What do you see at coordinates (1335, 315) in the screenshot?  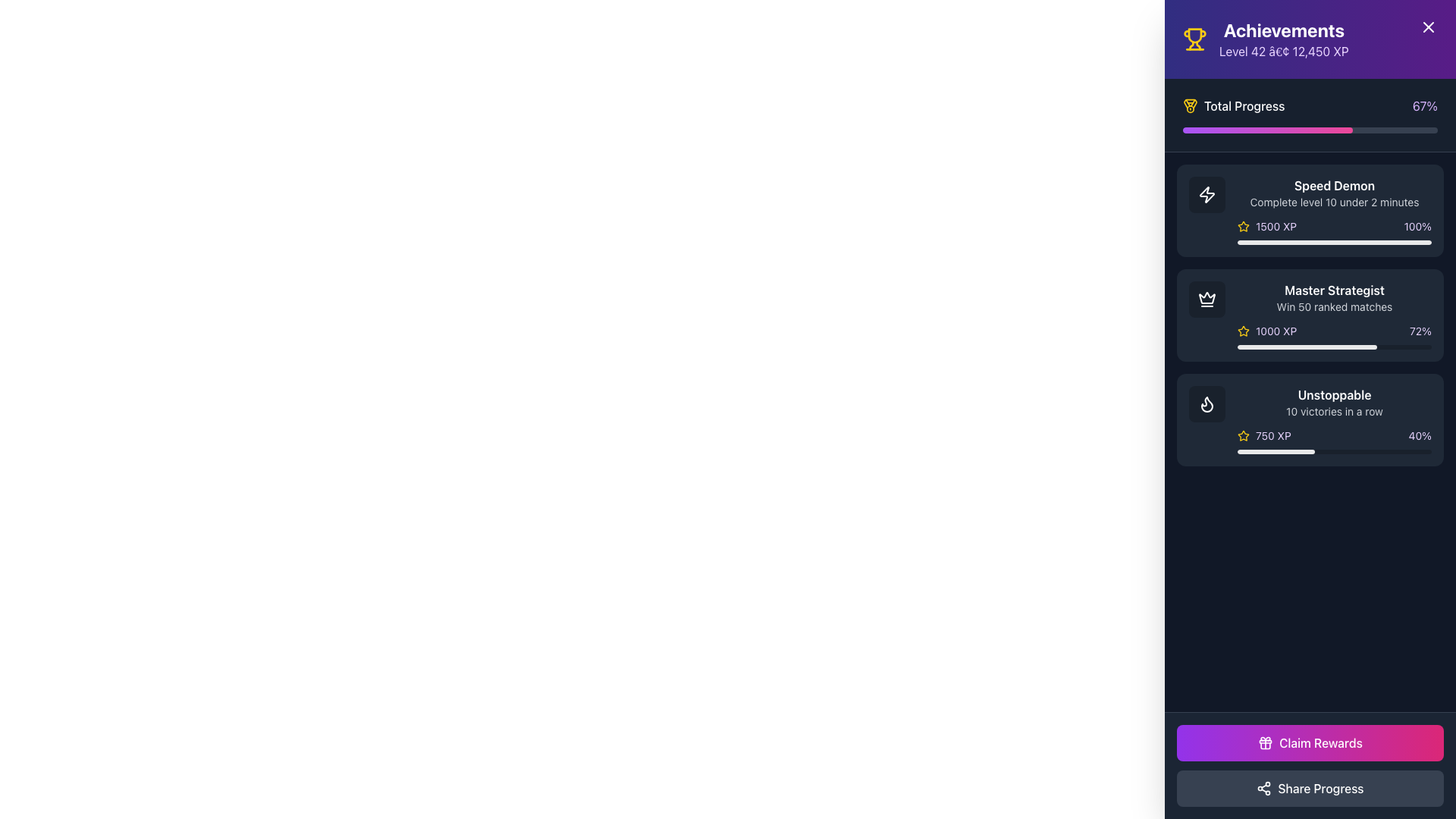 I see `achievement details from the 'Master Strategist' card, which is the second in the vertical list of achievement items, displaying 'Win 50 ranked matches' and '1000 XP' with a progress of '72%` at bounding box center [1335, 315].